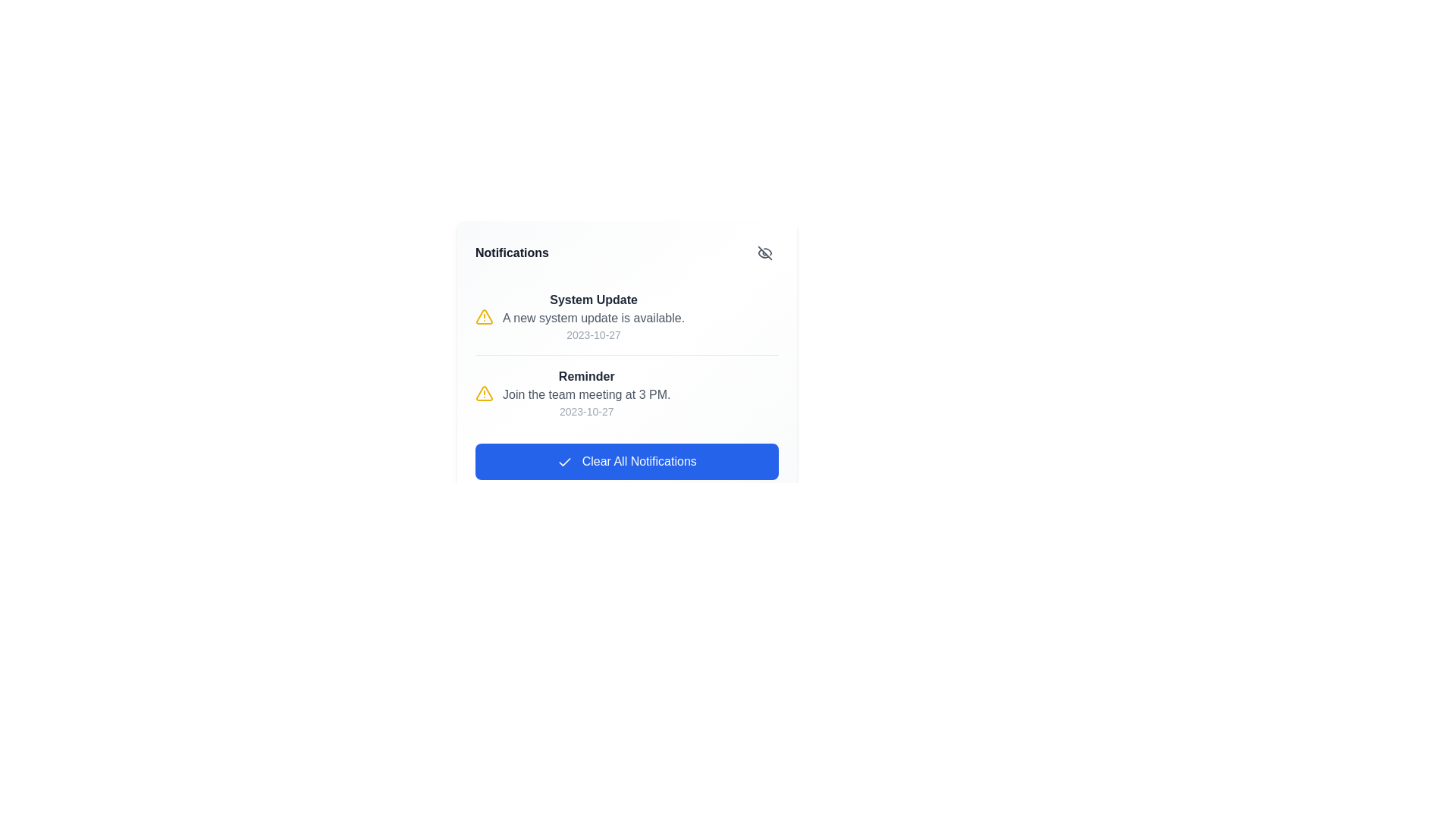 The image size is (1456, 819). What do you see at coordinates (626, 391) in the screenshot?
I see `reminder text from the second notification entry in the notification list that reminds the user of a scheduled team meeting at 3 PM on the date 2023-10-27, located below the 'System Update' notification` at bounding box center [626, 391].